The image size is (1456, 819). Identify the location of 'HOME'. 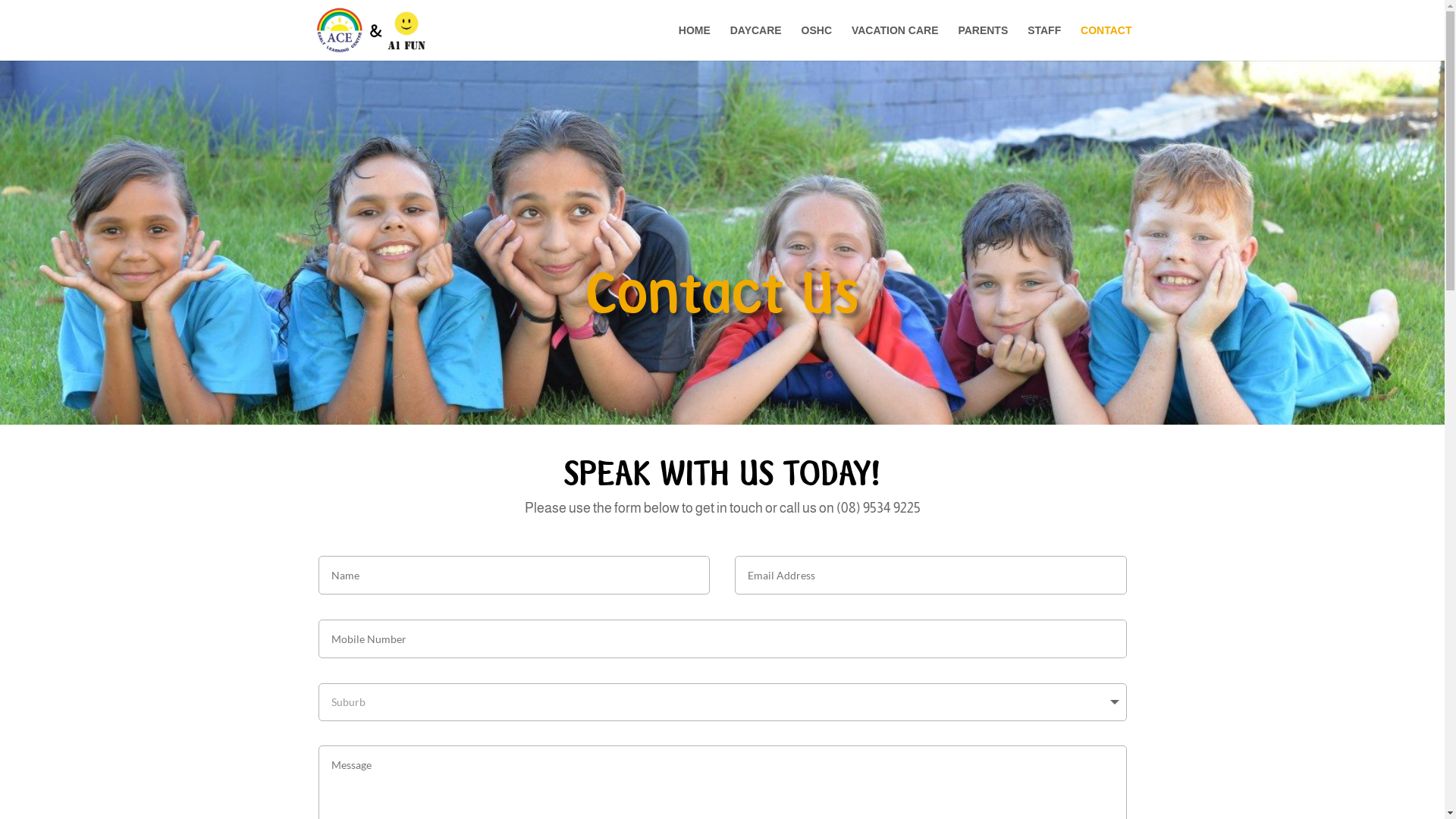
(694, 42).